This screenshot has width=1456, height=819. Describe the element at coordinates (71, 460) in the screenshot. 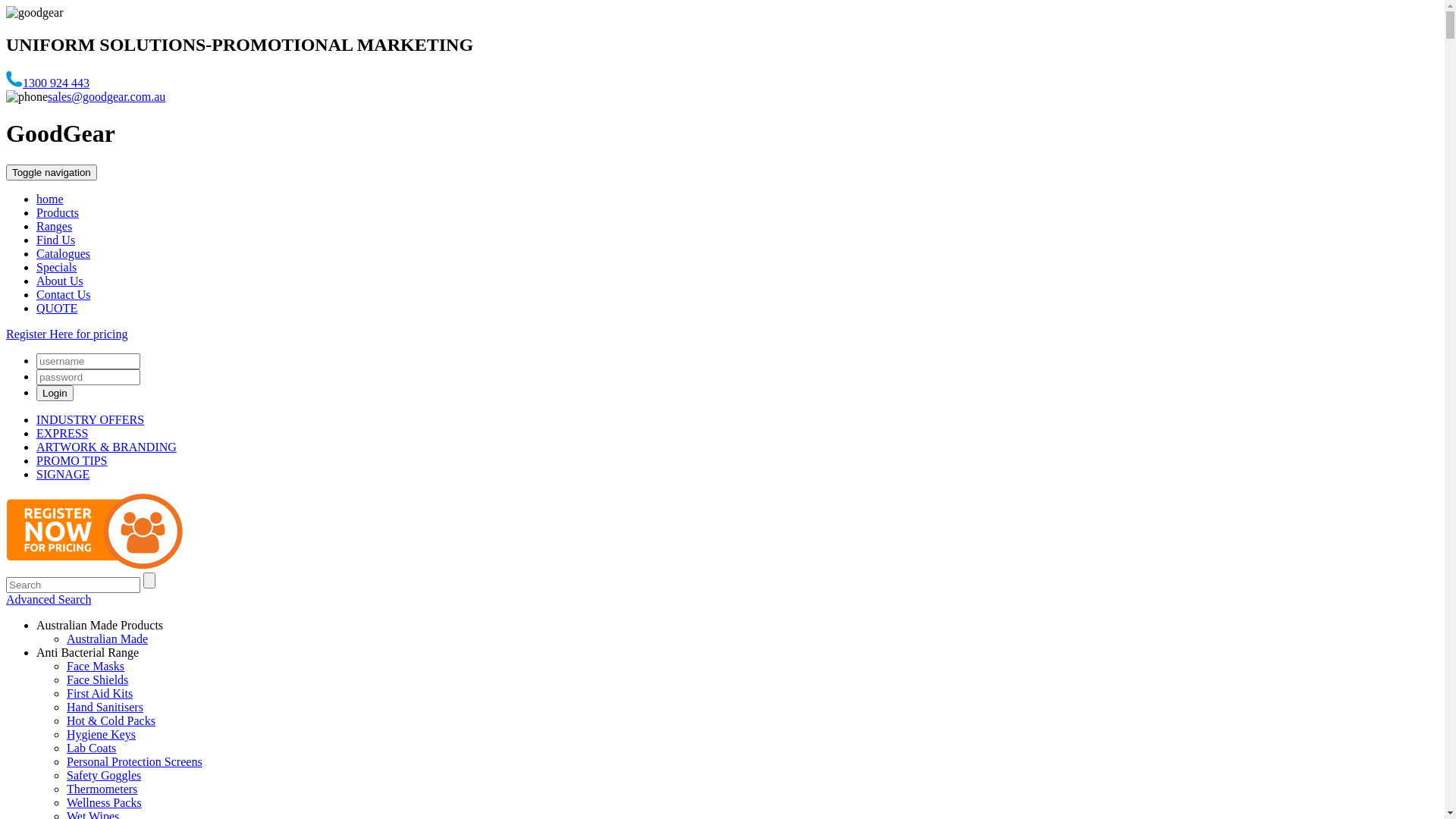

I see `'PROMO TIPS'` at that location.